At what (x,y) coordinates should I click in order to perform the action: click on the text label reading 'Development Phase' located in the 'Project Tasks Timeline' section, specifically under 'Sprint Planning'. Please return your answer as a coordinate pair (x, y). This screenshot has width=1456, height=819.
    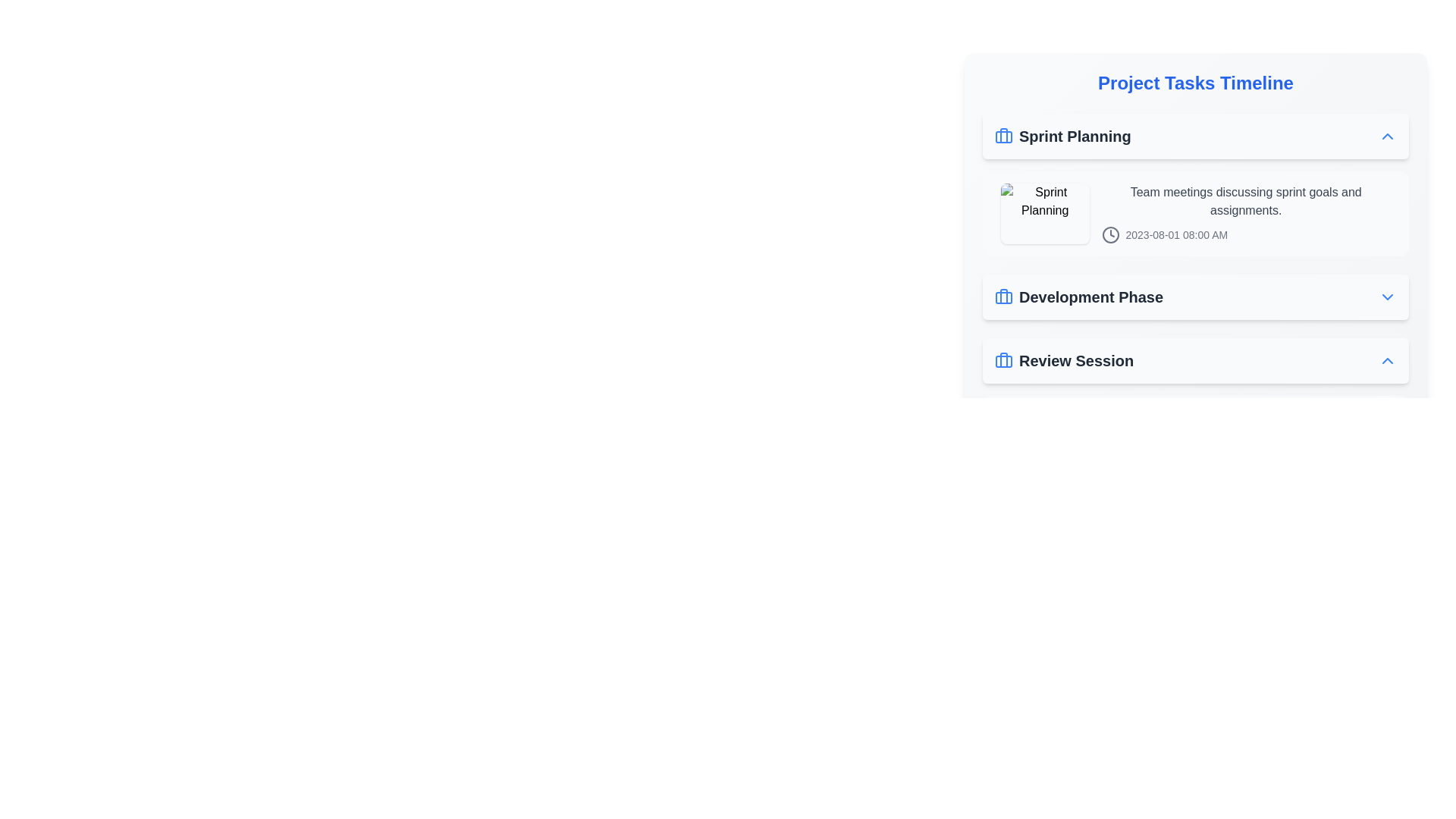
    Looking at the image, I should click on (1090, 297).